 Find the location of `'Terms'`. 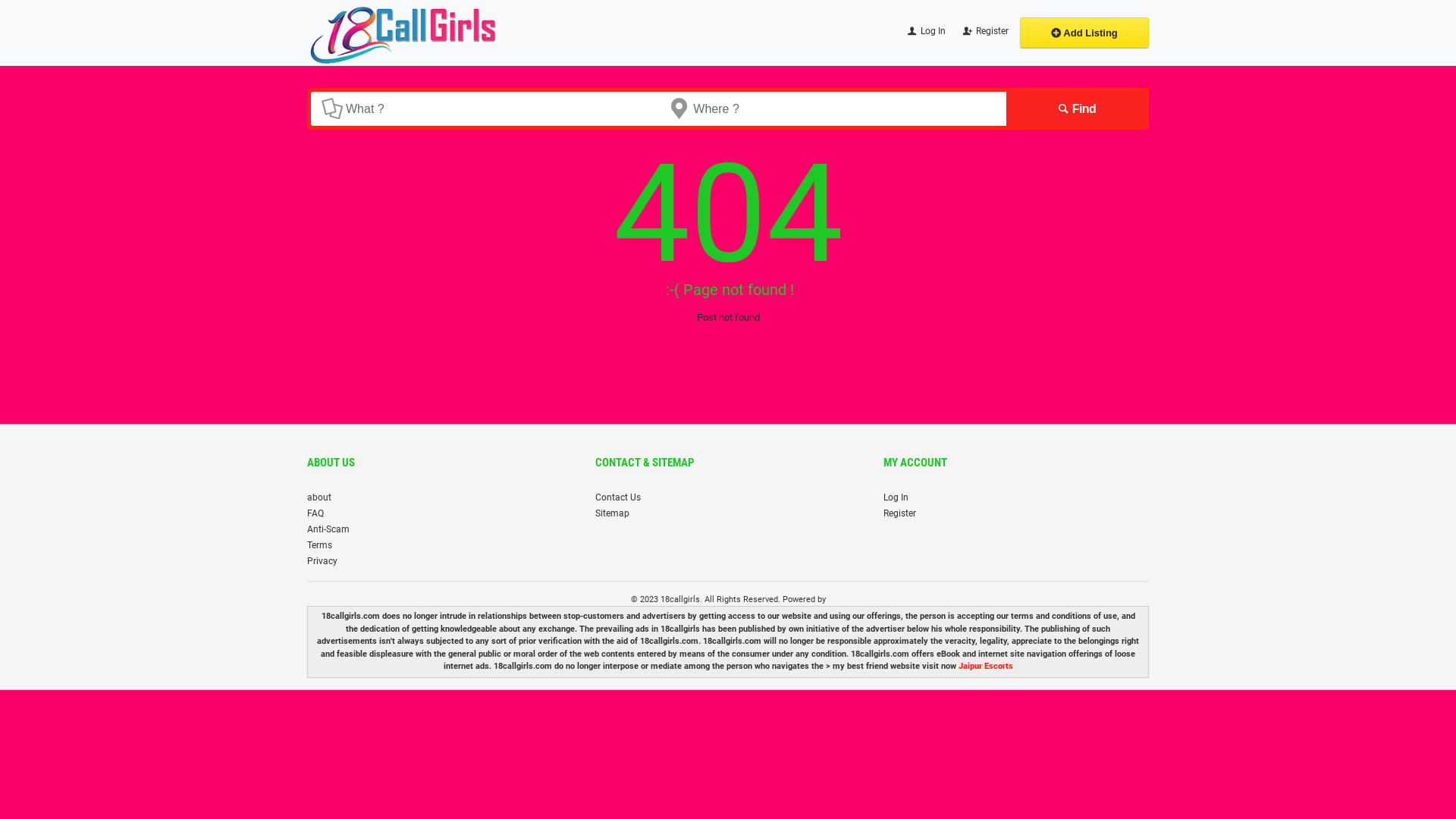

'Terms' is located at coordinates (318, 544).